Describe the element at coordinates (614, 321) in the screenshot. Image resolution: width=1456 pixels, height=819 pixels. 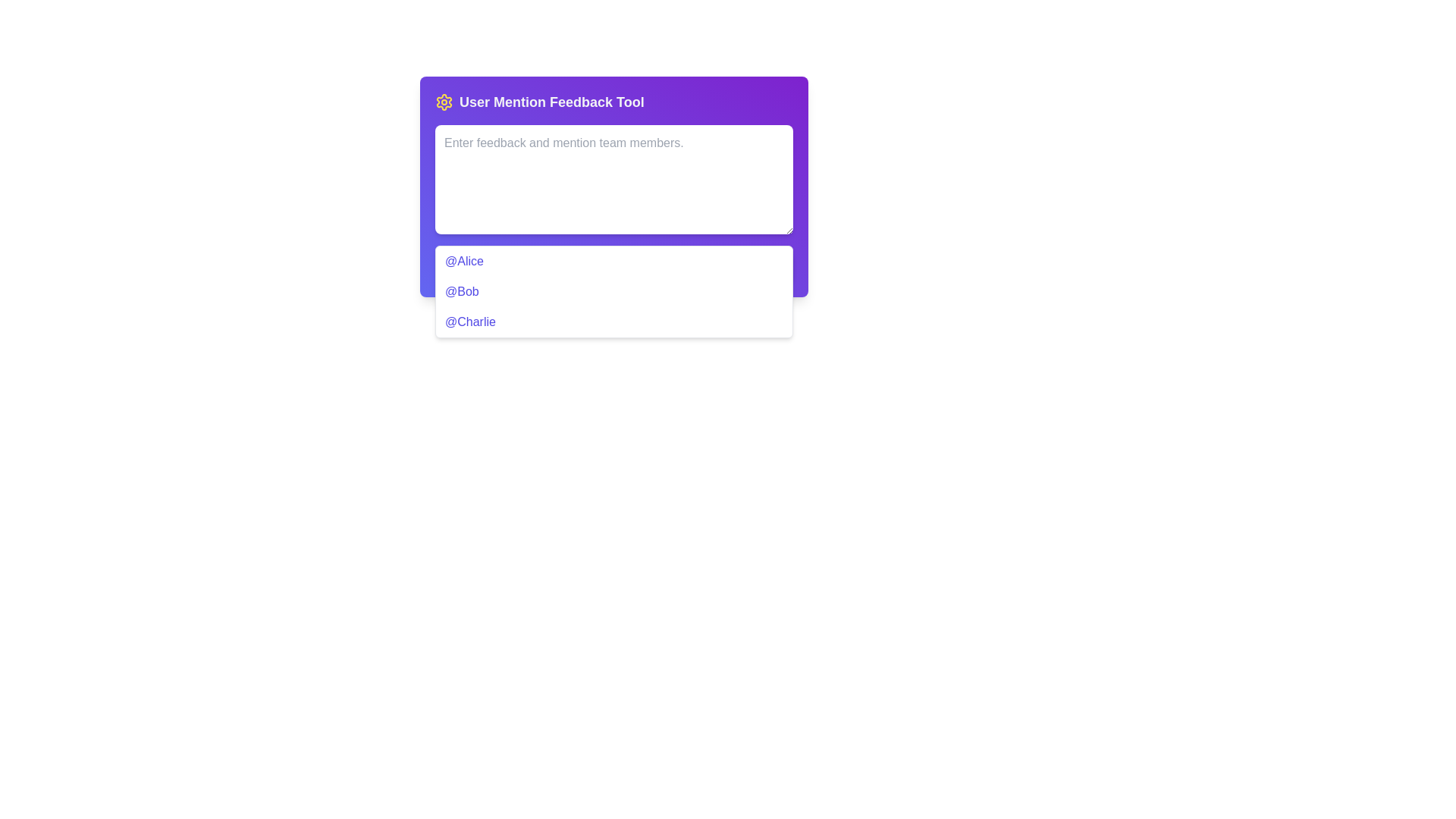
I see `the selectable list item labeled '@Charlie' in purple font` at that location.